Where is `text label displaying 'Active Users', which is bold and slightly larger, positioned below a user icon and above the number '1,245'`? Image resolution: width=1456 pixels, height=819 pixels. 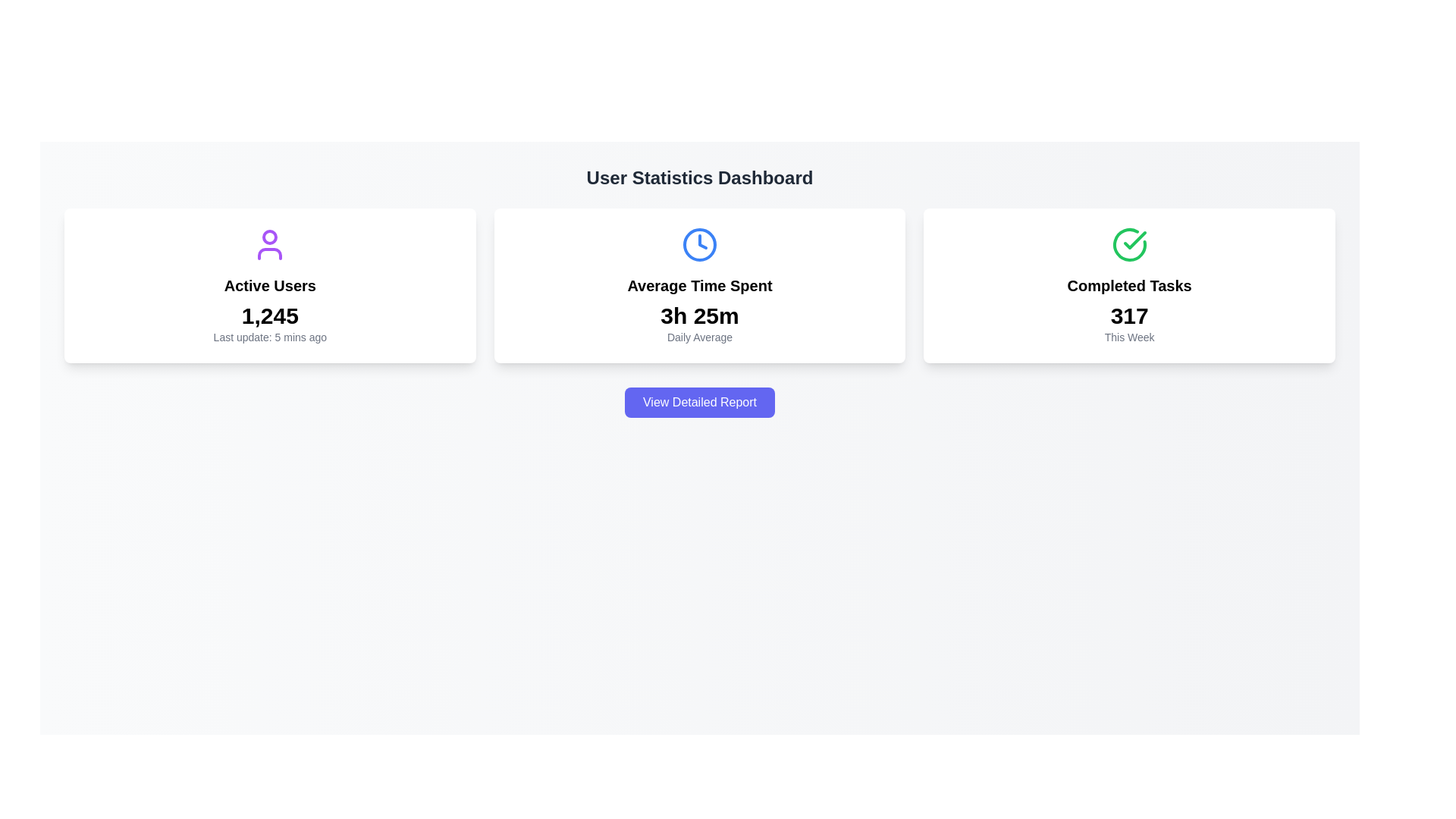
text label displaying 'Active Users', which is bold and slightly larger, positioned below a user icon and above the number '1,245' is located at coordinates (270, 286).